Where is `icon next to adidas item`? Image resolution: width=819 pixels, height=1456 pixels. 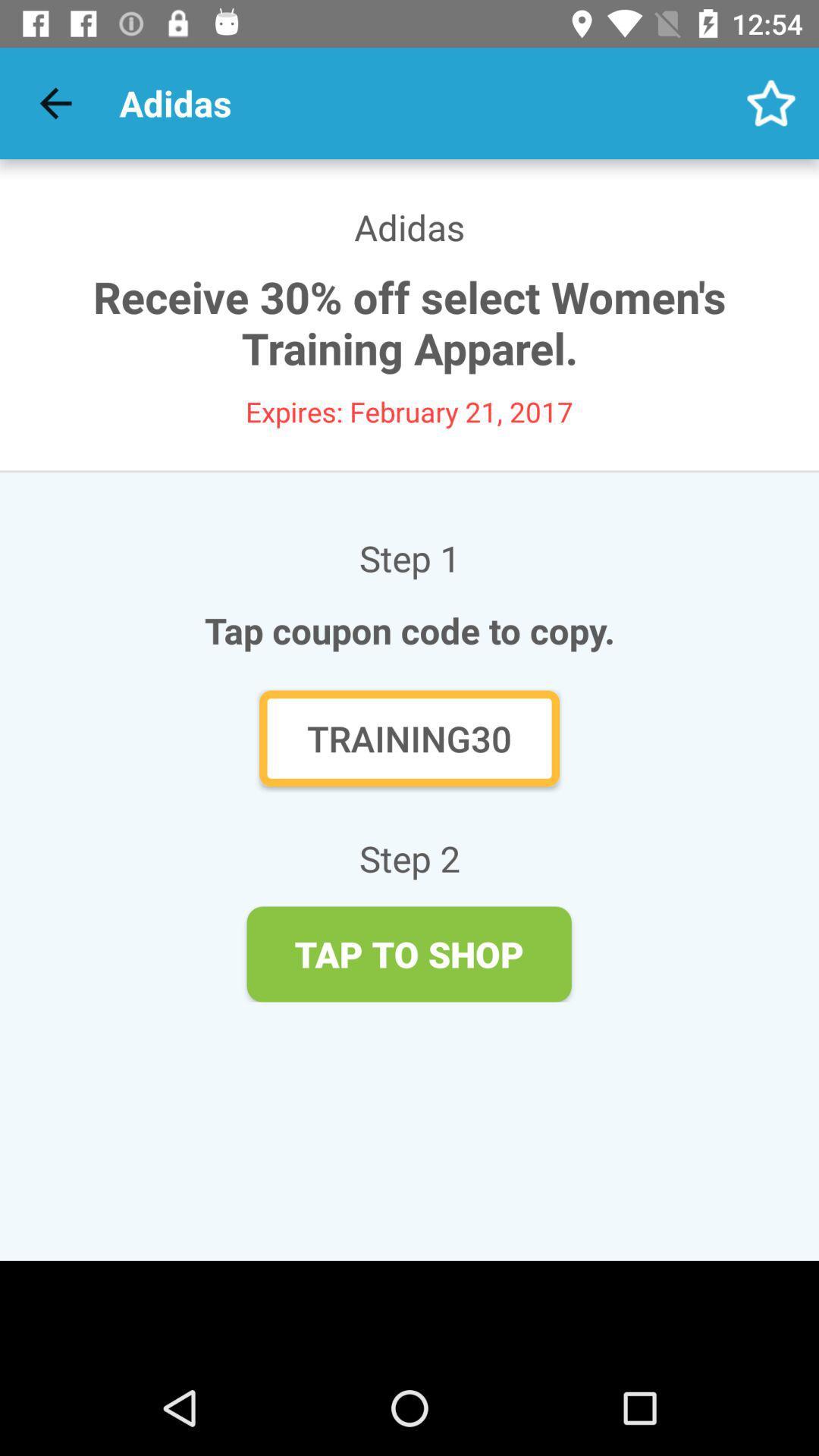 icon next to adidas item is located at coordinates (55, 102).